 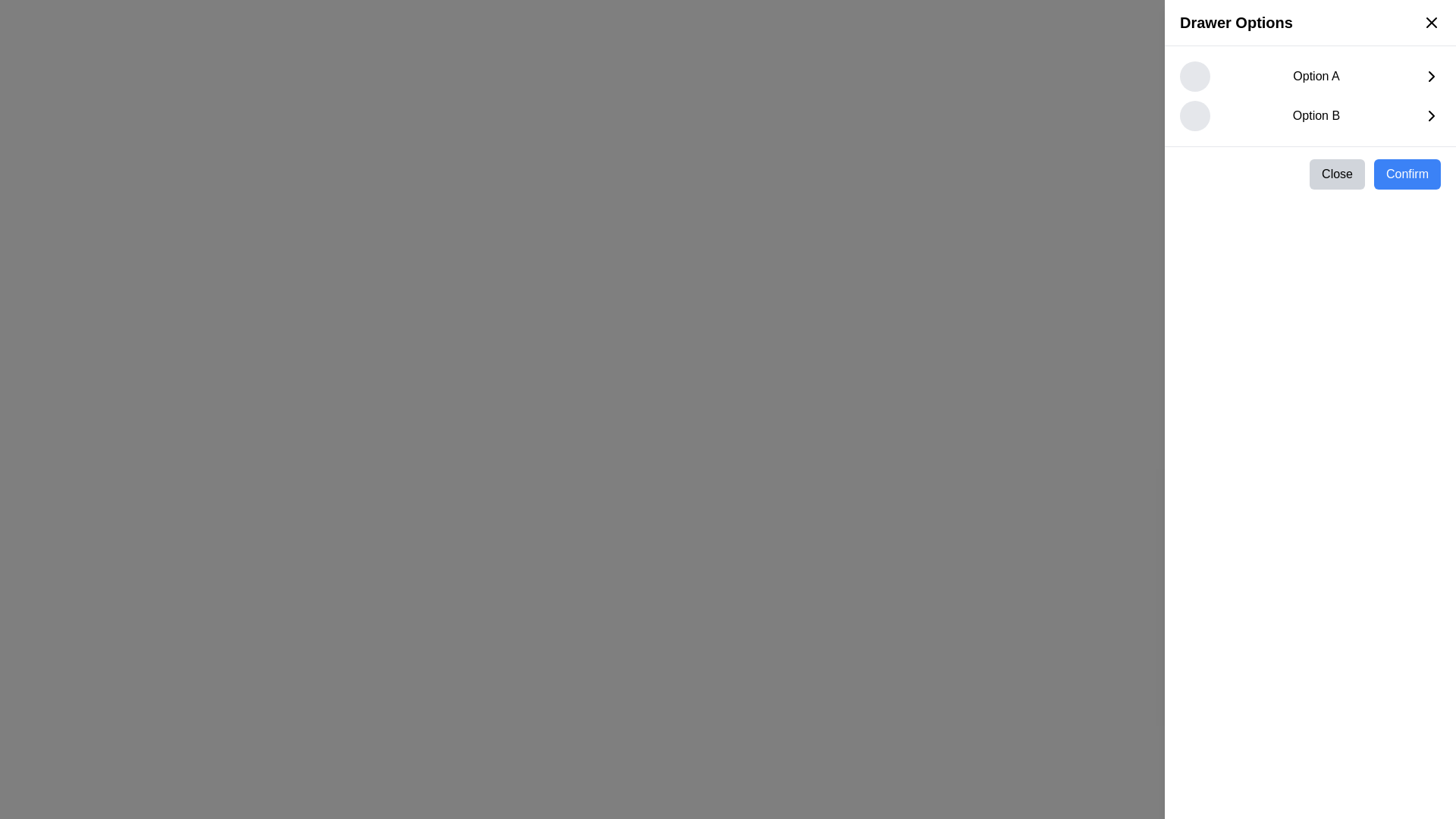 I want to click on the right-pointing chevron icon next to 'Option B' in the 'Drawer Options' sidebar, so click(x=1430, y=115).